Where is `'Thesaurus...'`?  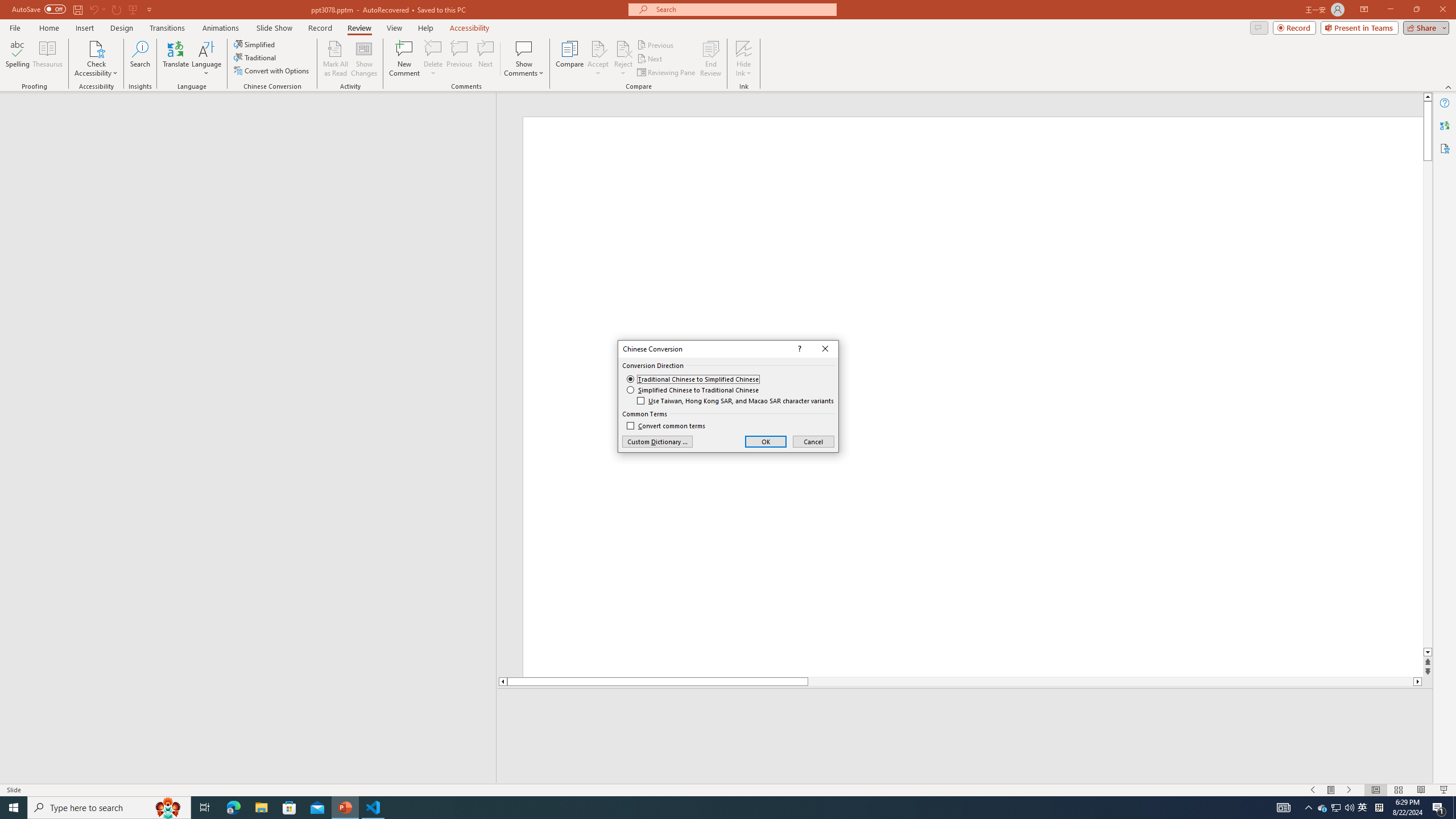 'Thesaurus...' is located at coordinates (47, 59).